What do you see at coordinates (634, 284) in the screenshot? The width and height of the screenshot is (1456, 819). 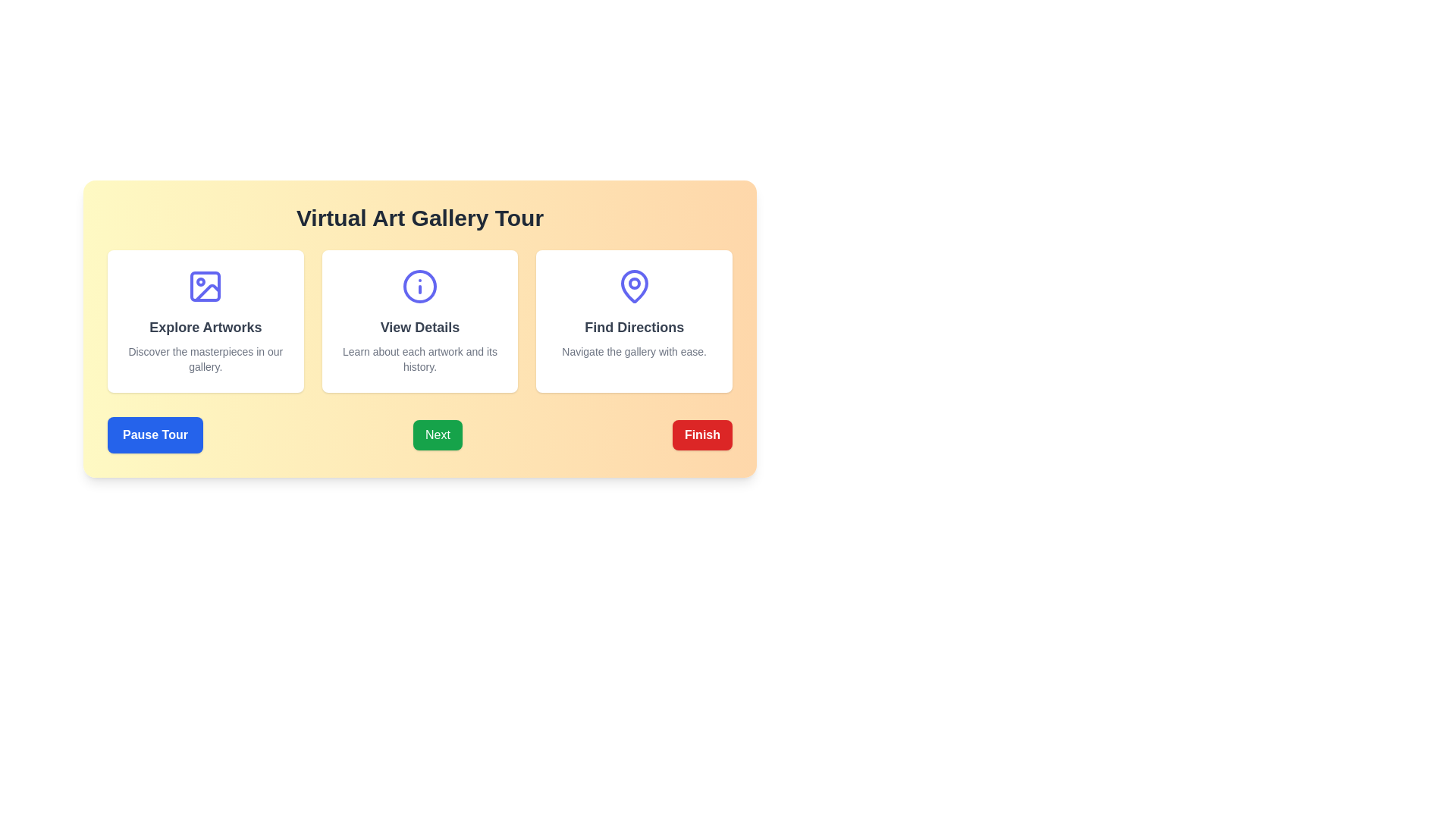 I see `the SVG circle element located at the center of the 'Find Directions' card in the rightmost position of three cards under the 'Virtual Art Gallery Tour' header` at bounding box center [634, 284].